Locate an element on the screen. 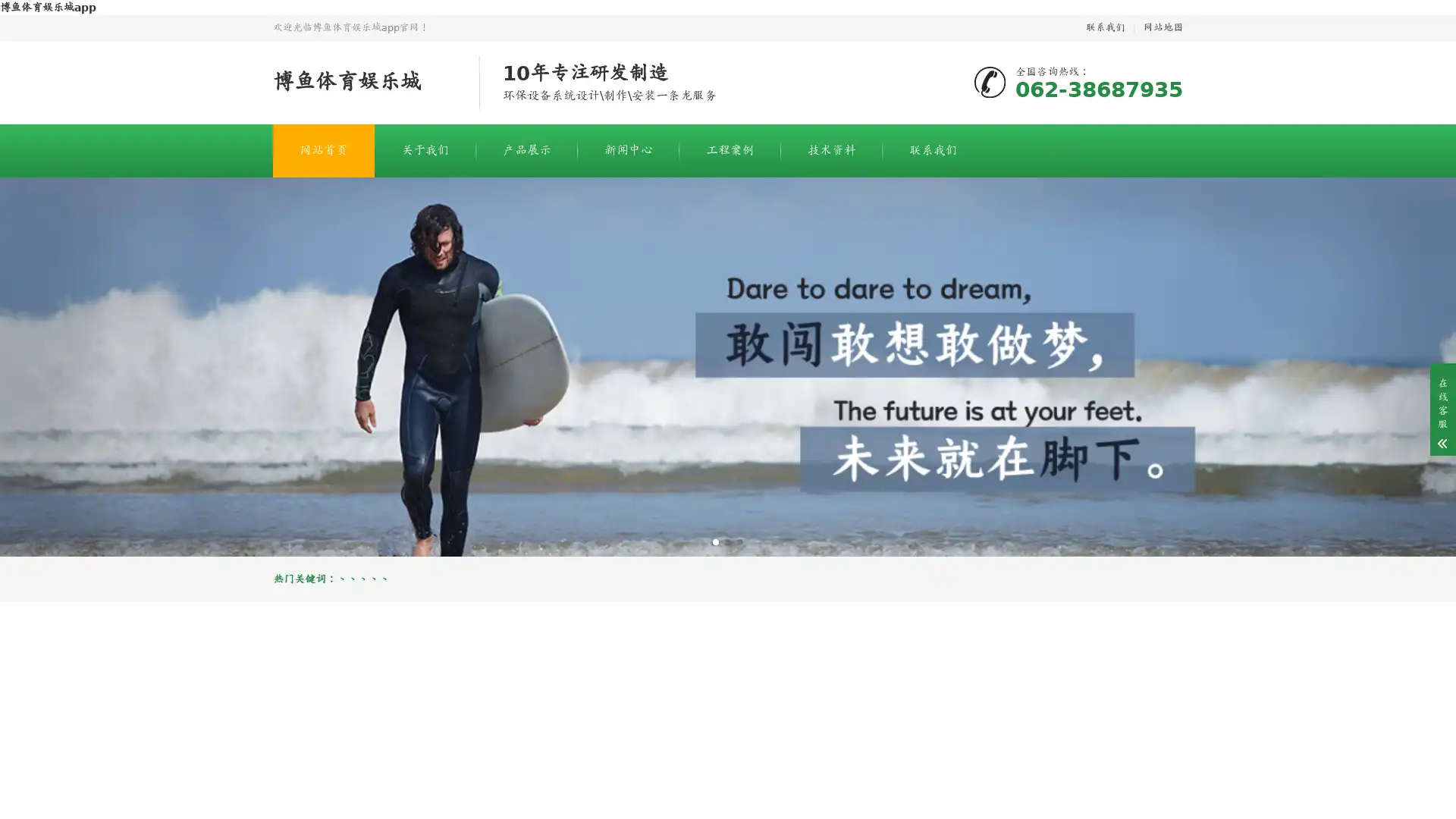 The image size is (1456, 819). Go to slide 2 is located at coordinates (728, 541).